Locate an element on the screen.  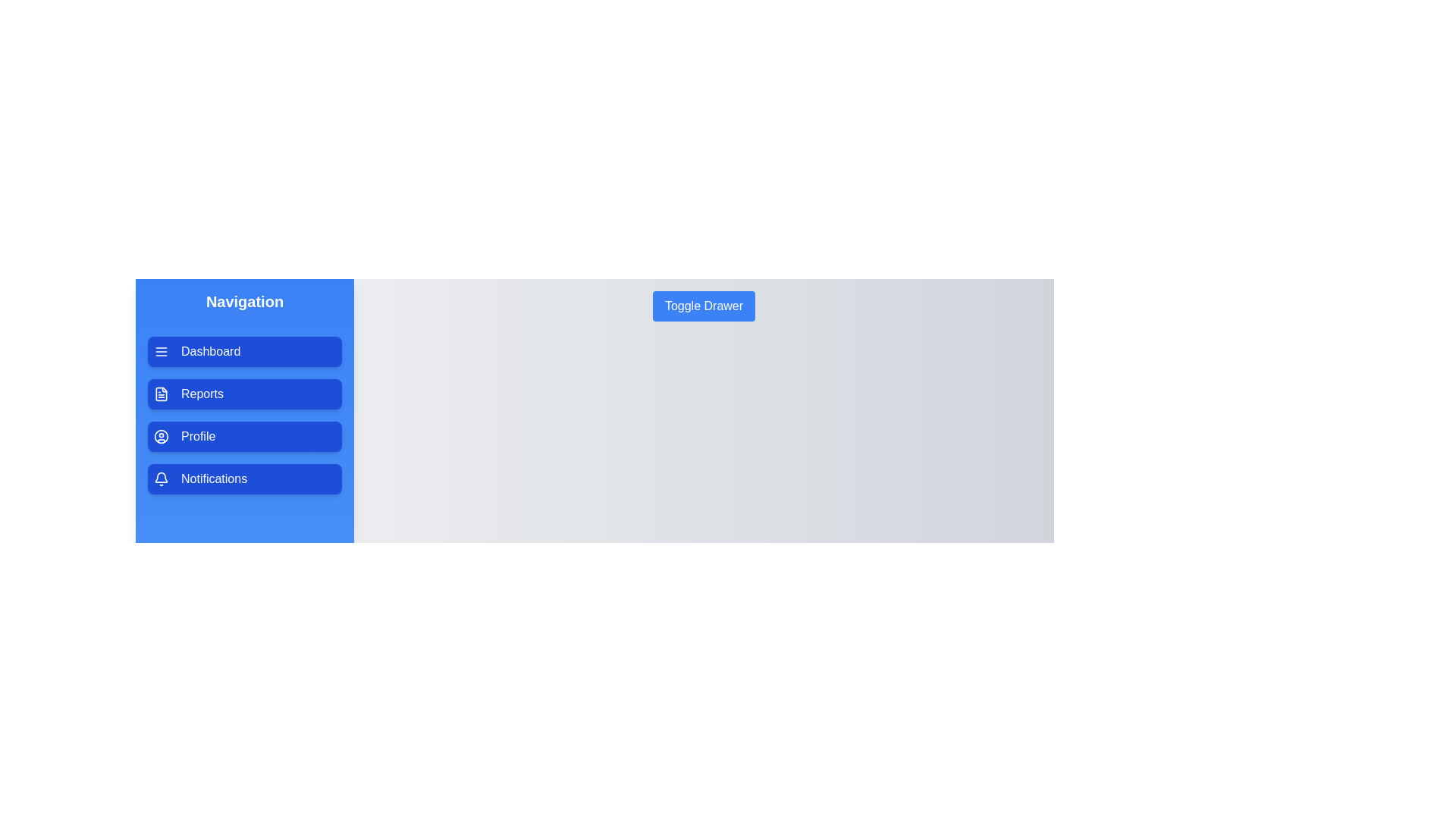
the menu item Dashboard to observe its hover effect is located at coordinates (244, 351).